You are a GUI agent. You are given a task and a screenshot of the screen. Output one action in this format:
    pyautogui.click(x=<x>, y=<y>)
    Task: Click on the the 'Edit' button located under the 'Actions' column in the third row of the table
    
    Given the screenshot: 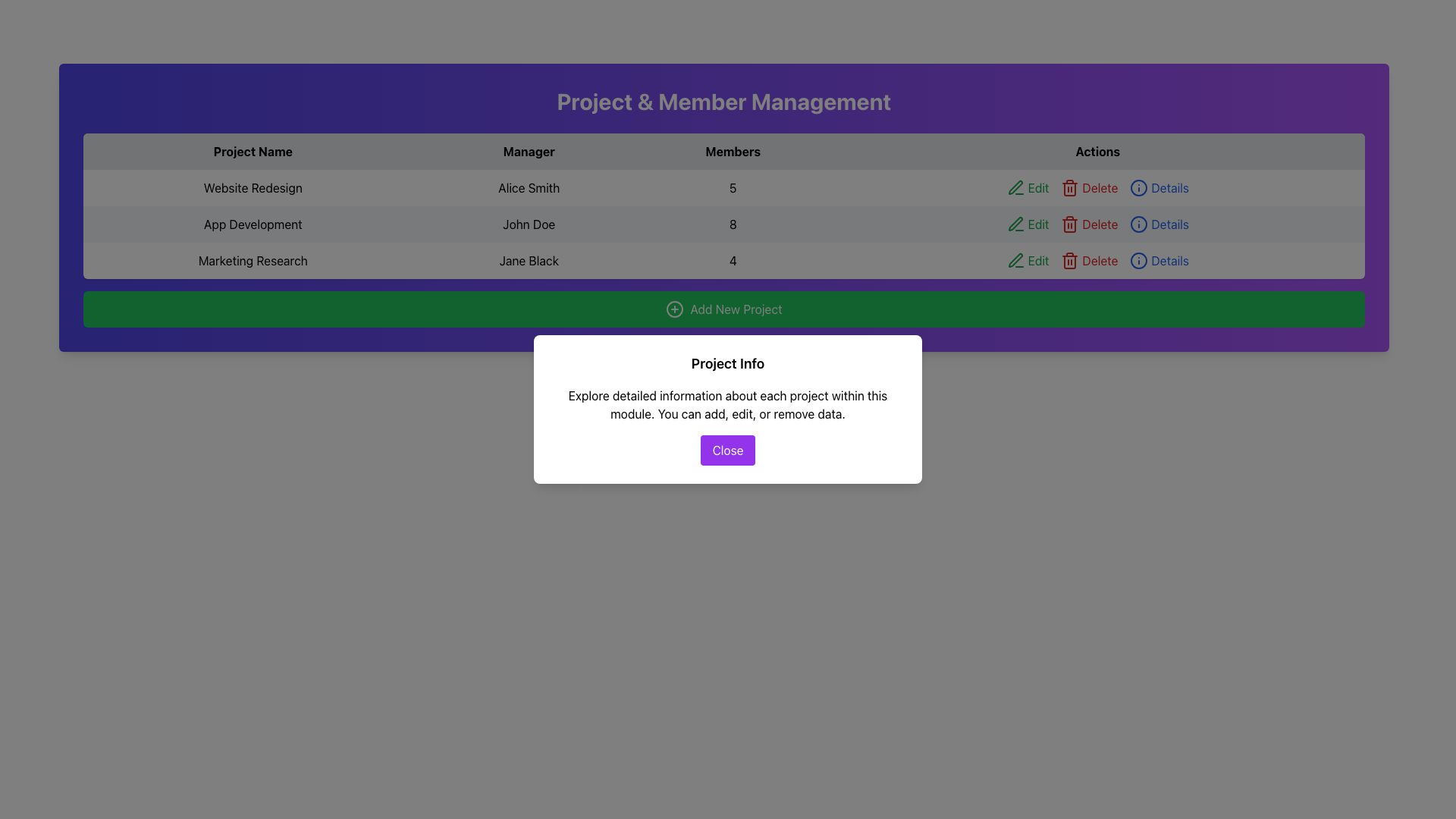 What is the action you would take?
    pyautogui.click(x=1028, y=259)
    